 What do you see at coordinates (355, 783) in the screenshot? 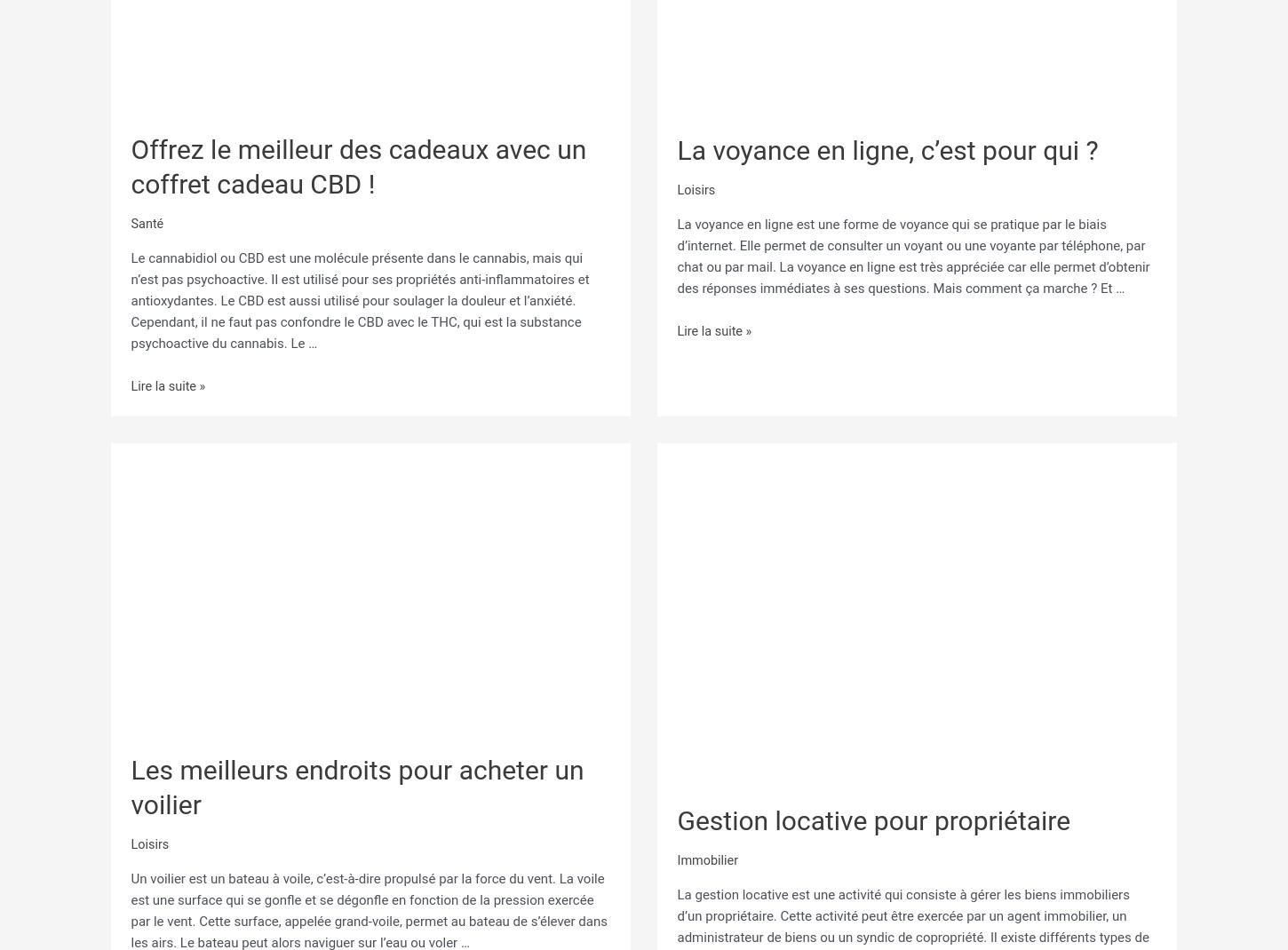
I see `'Les meilleurs endroits pour acheter un voilier'` at bounding box center [355, 783].